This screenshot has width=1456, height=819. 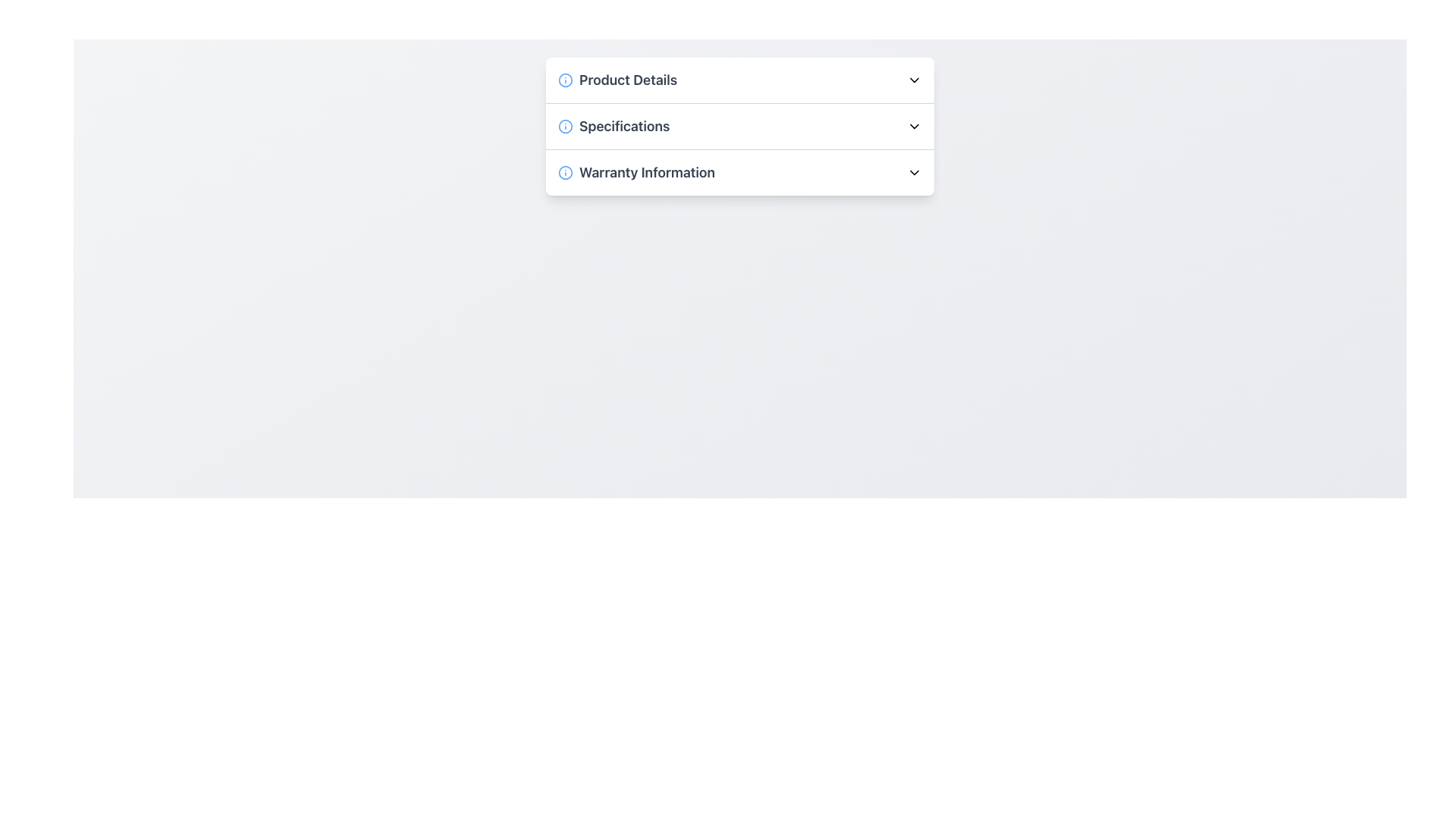 I want to click on the collapsible icon indicating 'Warranty Information' to potentially display a tooltip, so click(x=913, y=171).